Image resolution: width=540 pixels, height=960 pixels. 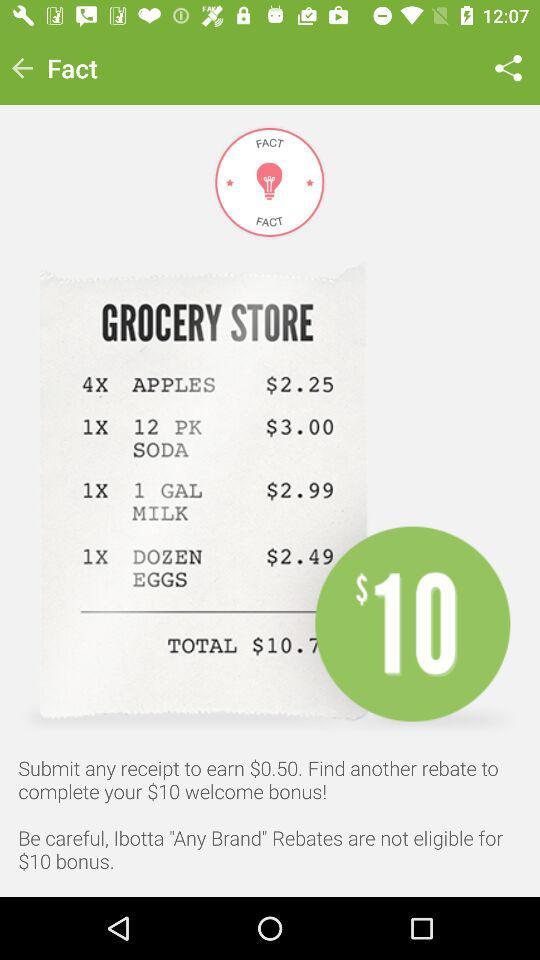 What do you see at coordinates (21, 68) in the screenshot?
I see `the icon to the left of fact icon` at bounding box center [21, 68].